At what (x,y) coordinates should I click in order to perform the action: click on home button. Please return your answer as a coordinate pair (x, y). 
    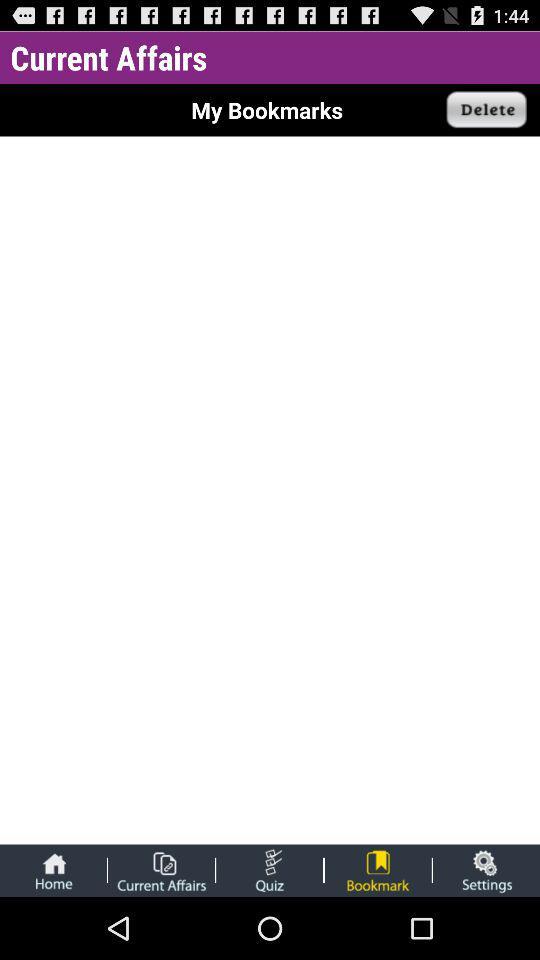
    Looking at the image, I should click on (53, 869).